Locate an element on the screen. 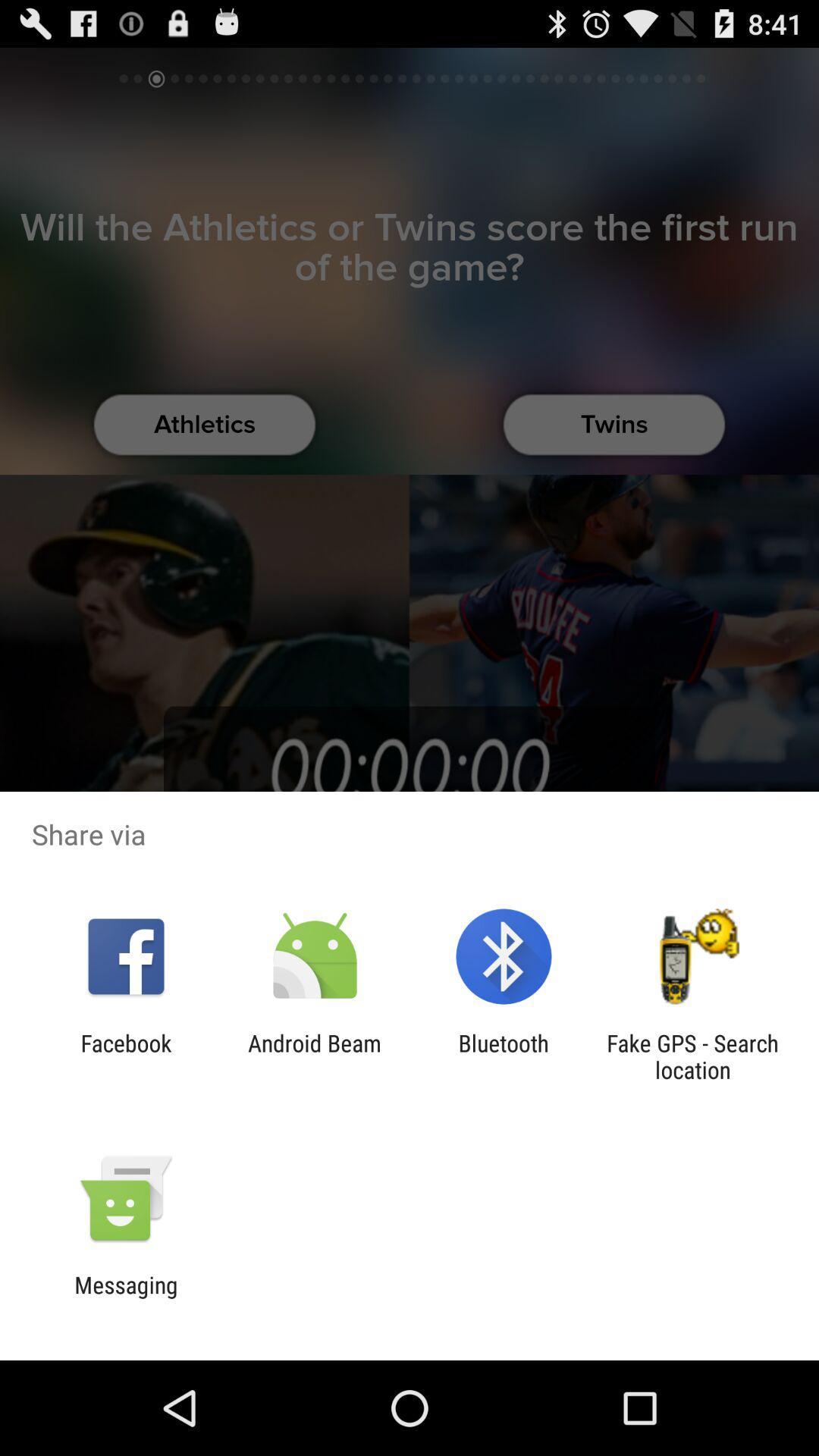  the icon next to the android beam icon is located at coordinates (504, 1056).